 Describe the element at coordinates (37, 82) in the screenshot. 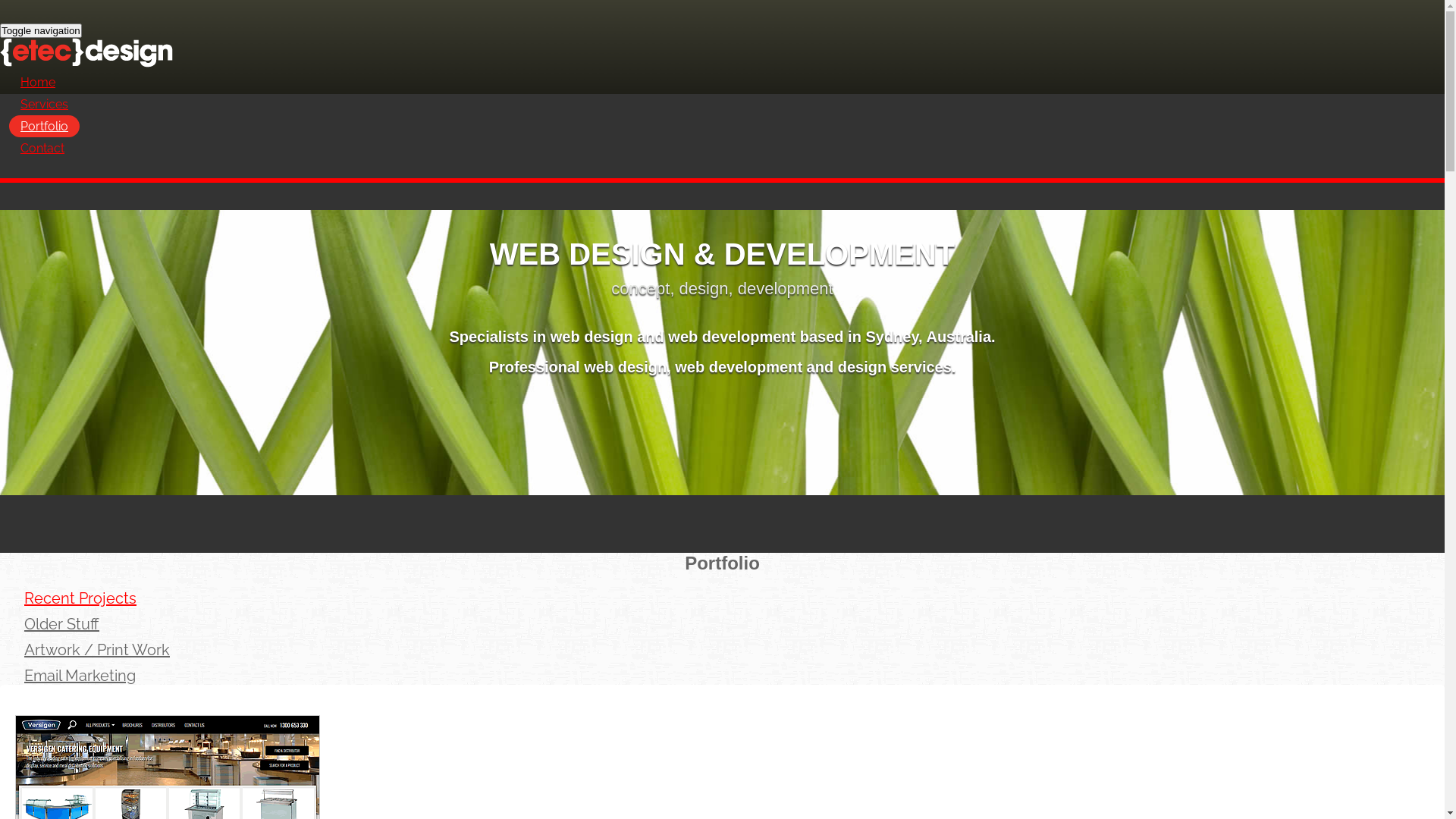

I see `'Home'` at that location.